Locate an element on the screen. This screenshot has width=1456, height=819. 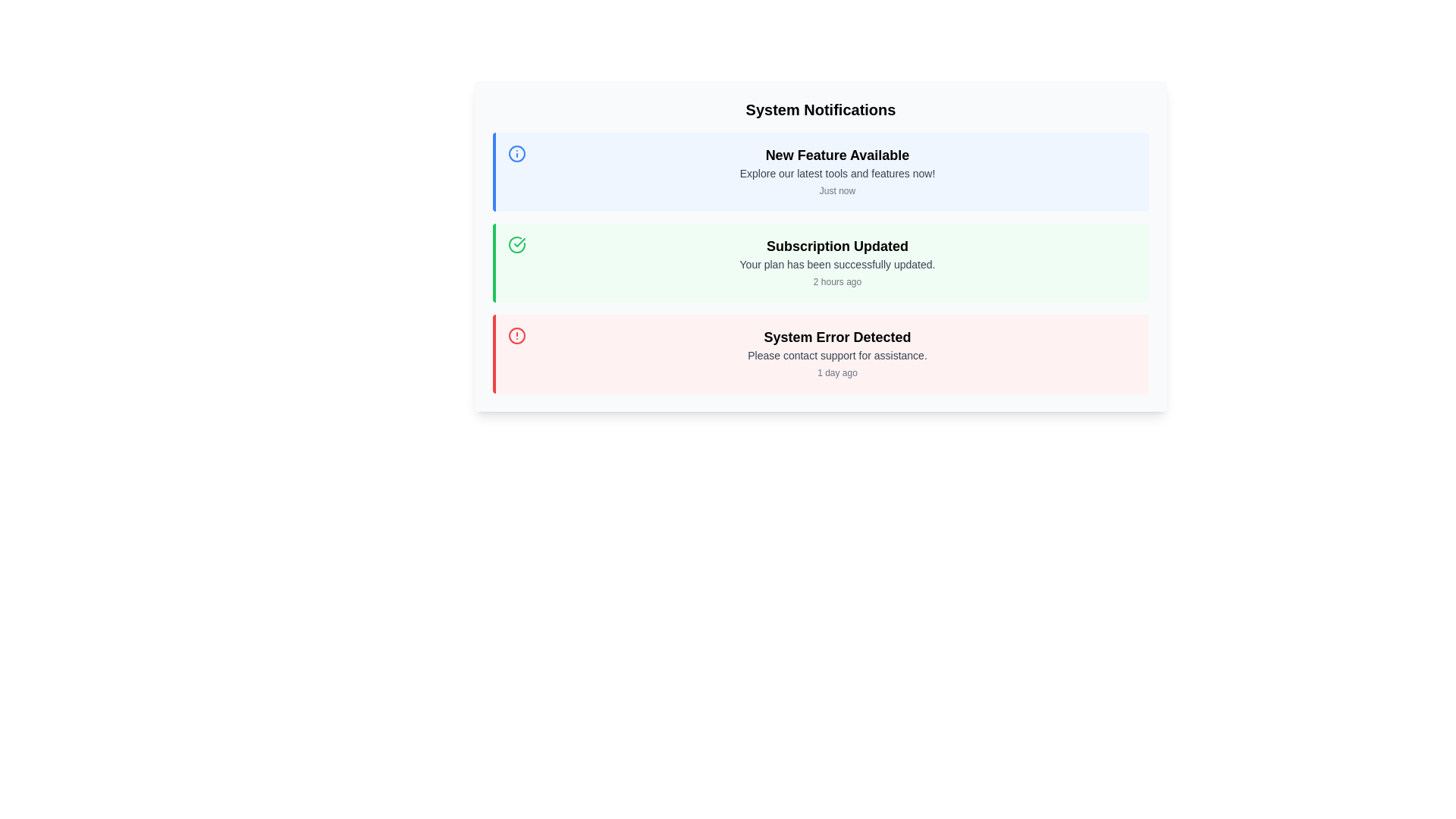
the 'System Notifications' text label, which is a bold and large section header prominently displayed at the top of the notifications section is located at coordinates (820, 109).